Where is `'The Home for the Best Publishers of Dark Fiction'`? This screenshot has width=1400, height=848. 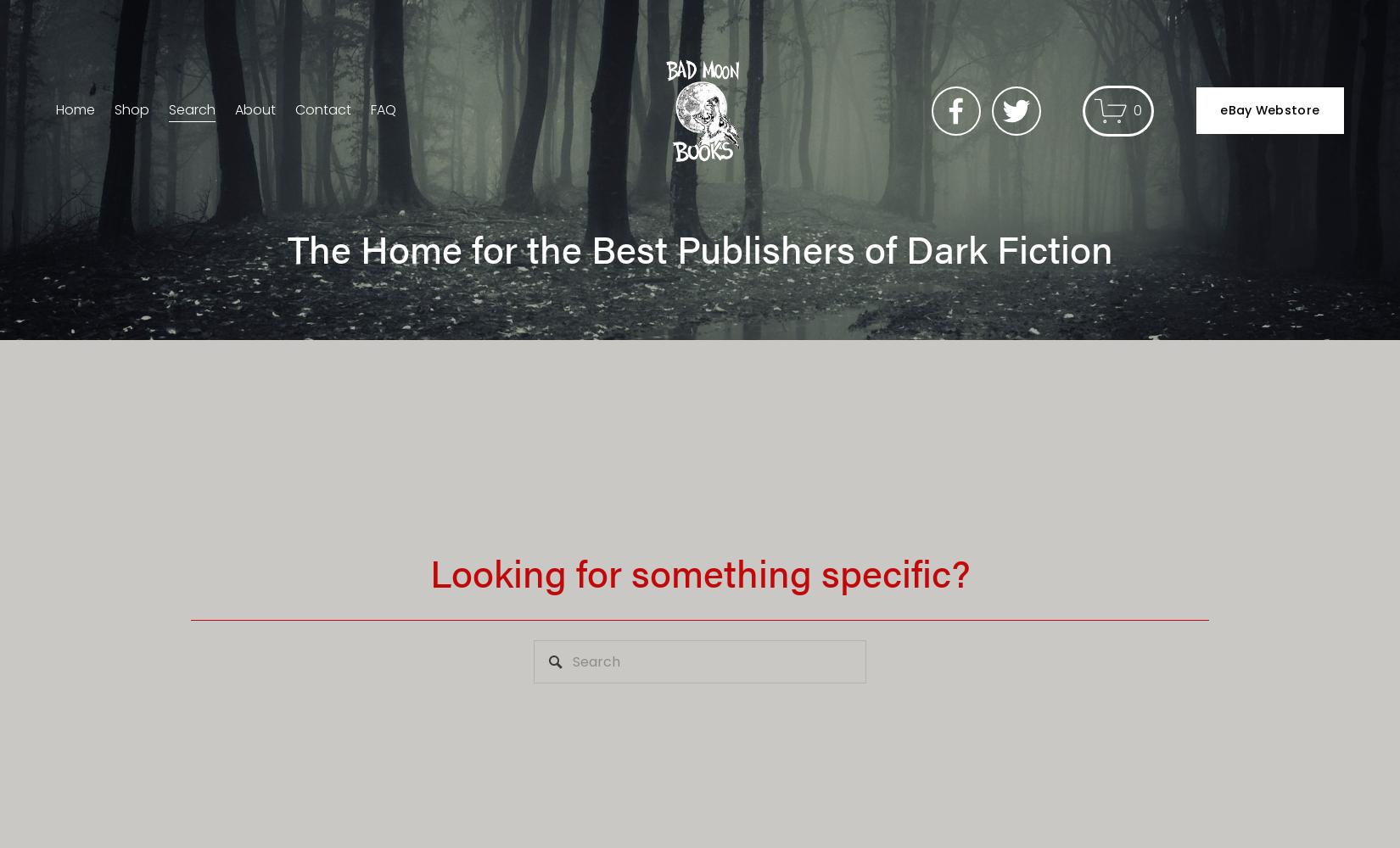 'The Home for the Best Publishers of Dark Fiction' is located at coordinates (698, 248).